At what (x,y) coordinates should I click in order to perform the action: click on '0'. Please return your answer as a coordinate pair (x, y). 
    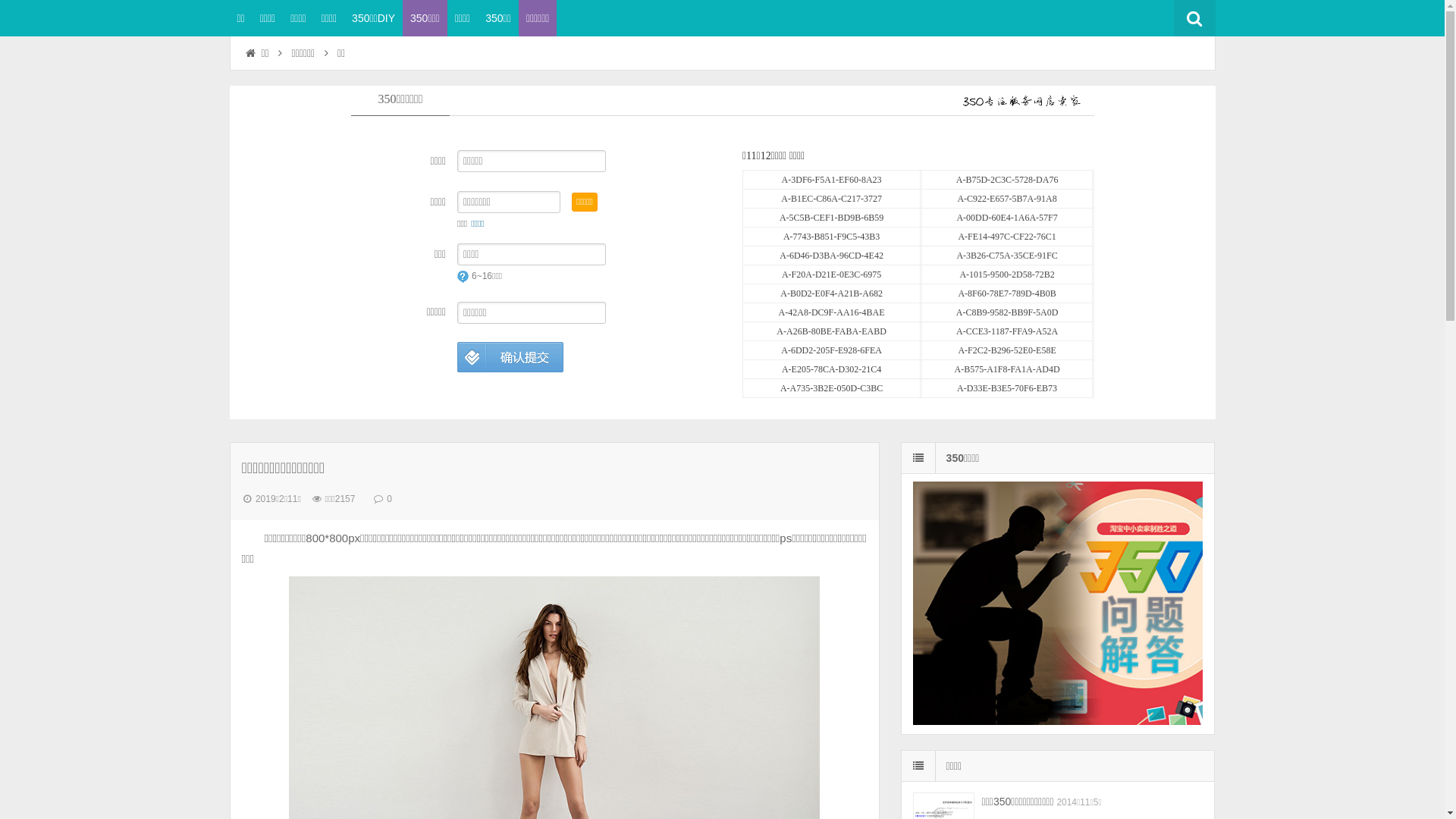
    Looking at the image, I should click on (389, 499).